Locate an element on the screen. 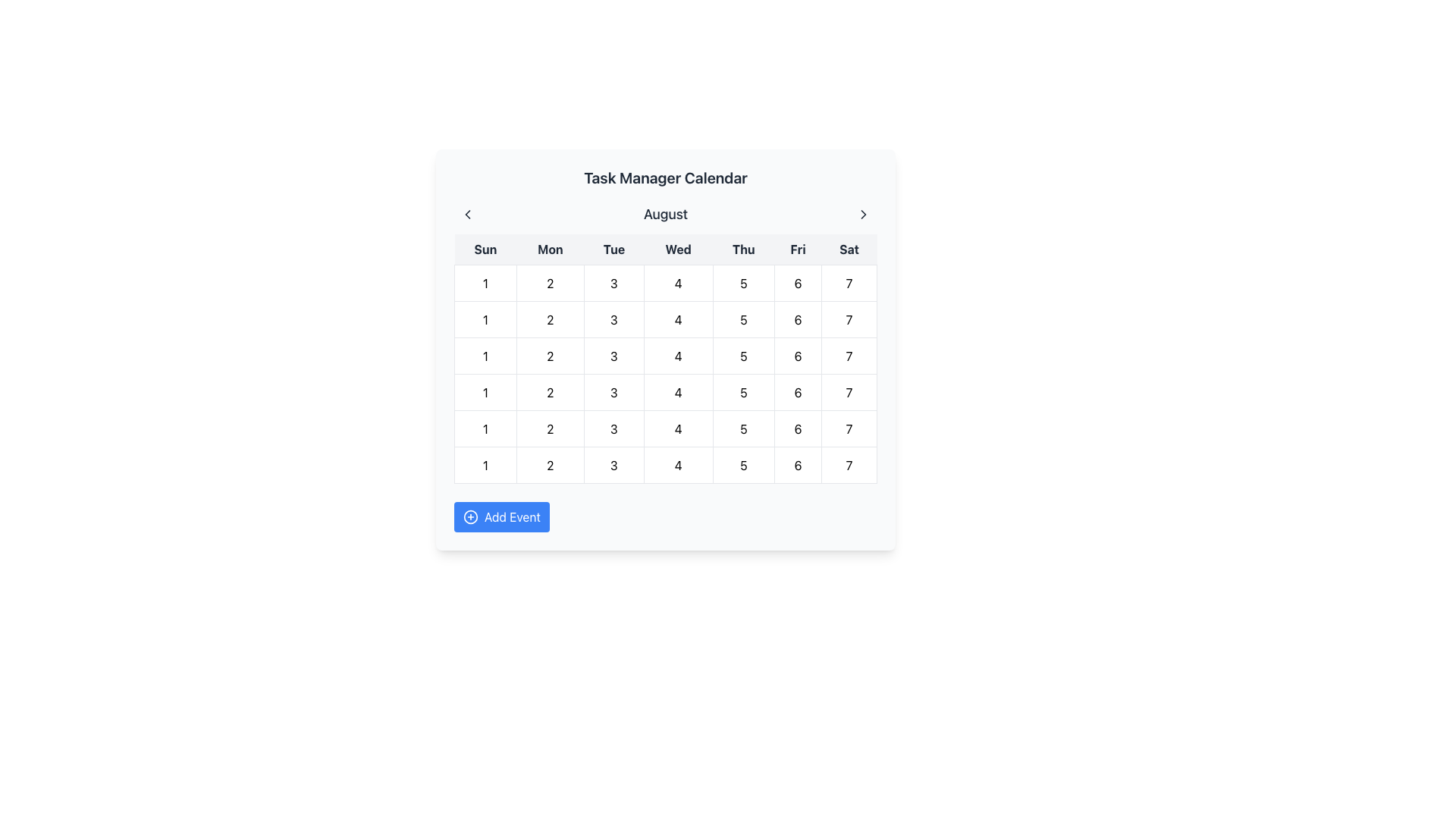 Image resolution: width=1456 pixels, height=819 pixels. the Text Display Box containing the number '2', which is part of the calendar grid for Monday is located at coordinates (549, 283).